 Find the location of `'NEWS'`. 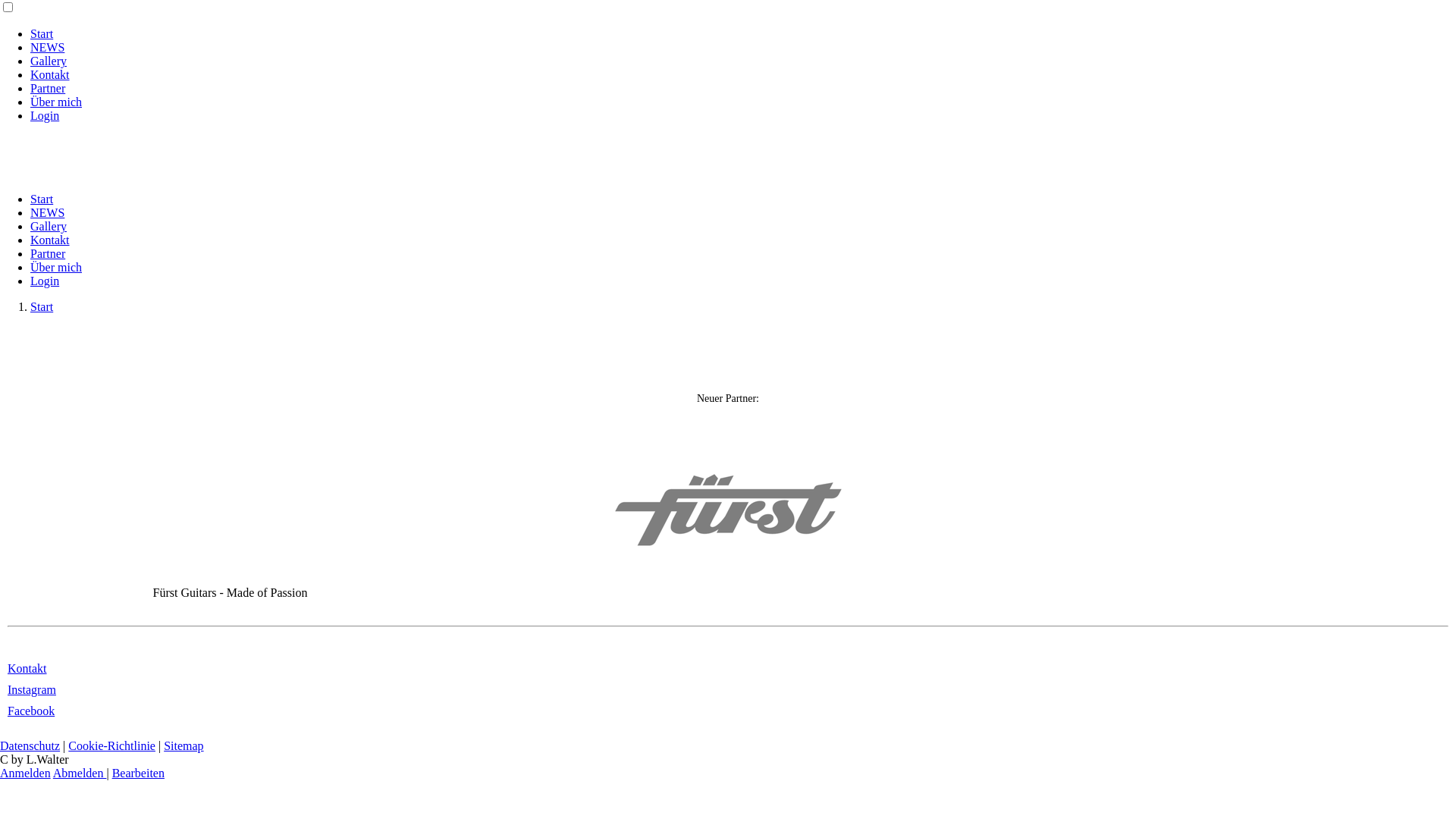

'NEWS' is located at coordinates (47, 212).